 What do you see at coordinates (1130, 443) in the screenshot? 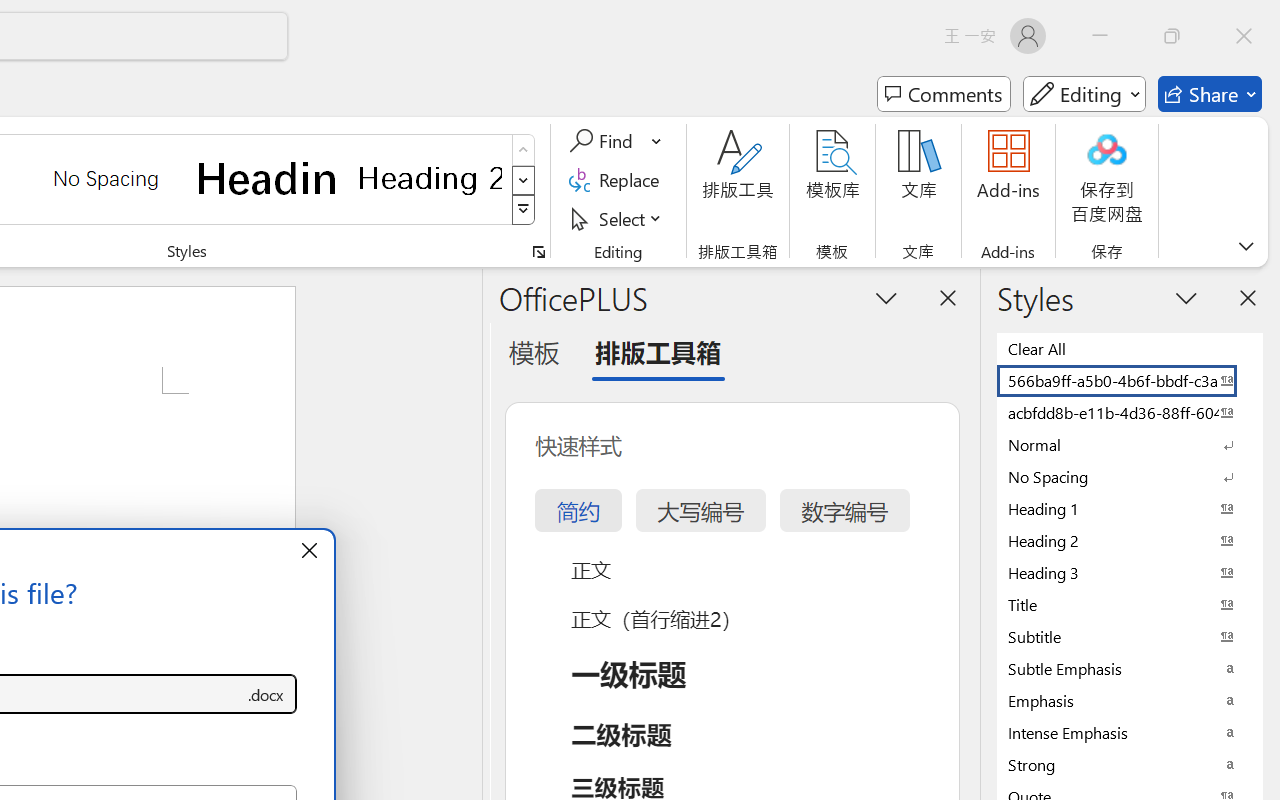
I see `'Normal'` at bounding box center [1130, 443].